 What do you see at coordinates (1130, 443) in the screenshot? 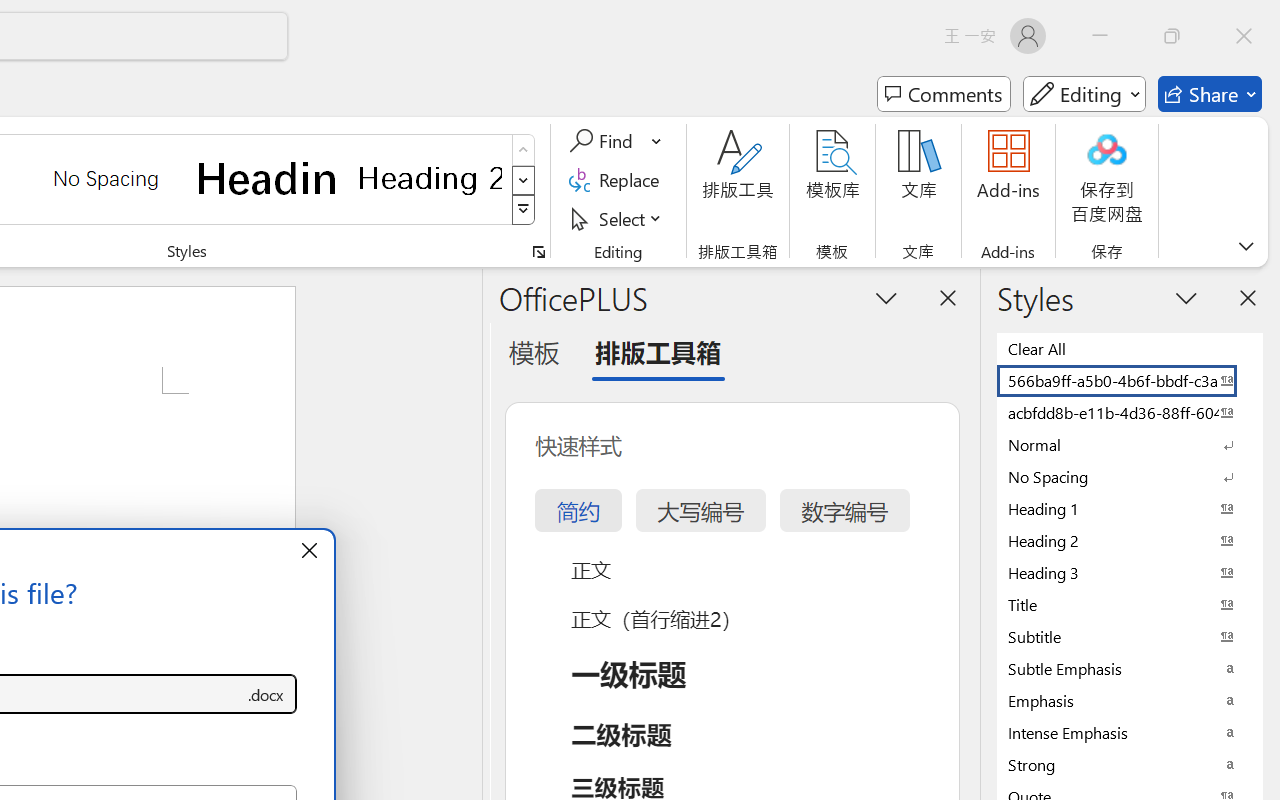
I see `'Normal'` at bounding box center [1130, 443].